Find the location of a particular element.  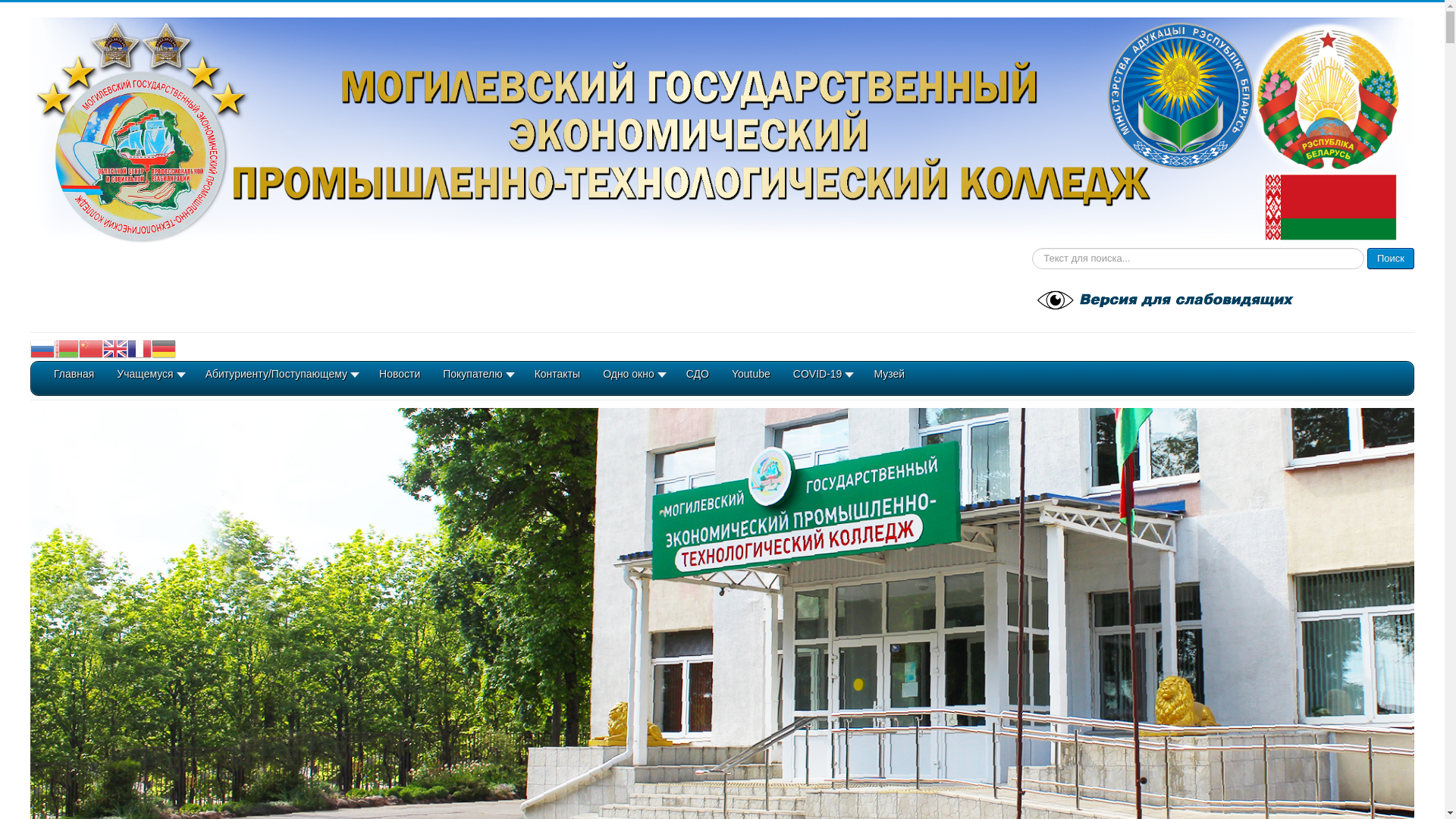

'French' is located at coordinates (139, 348).